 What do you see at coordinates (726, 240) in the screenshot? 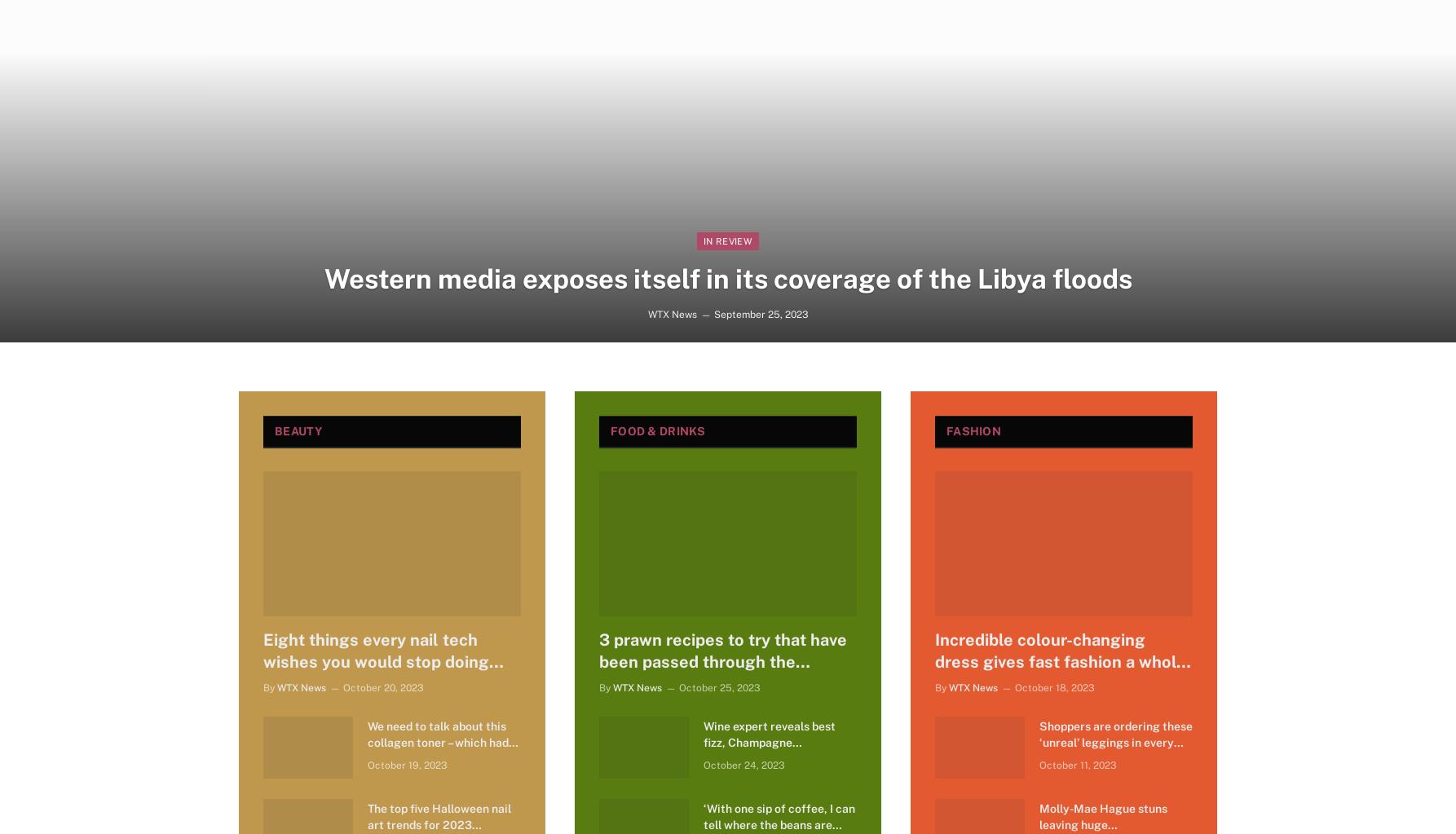
I see `'In Review'` at bounding box center [726, 240].